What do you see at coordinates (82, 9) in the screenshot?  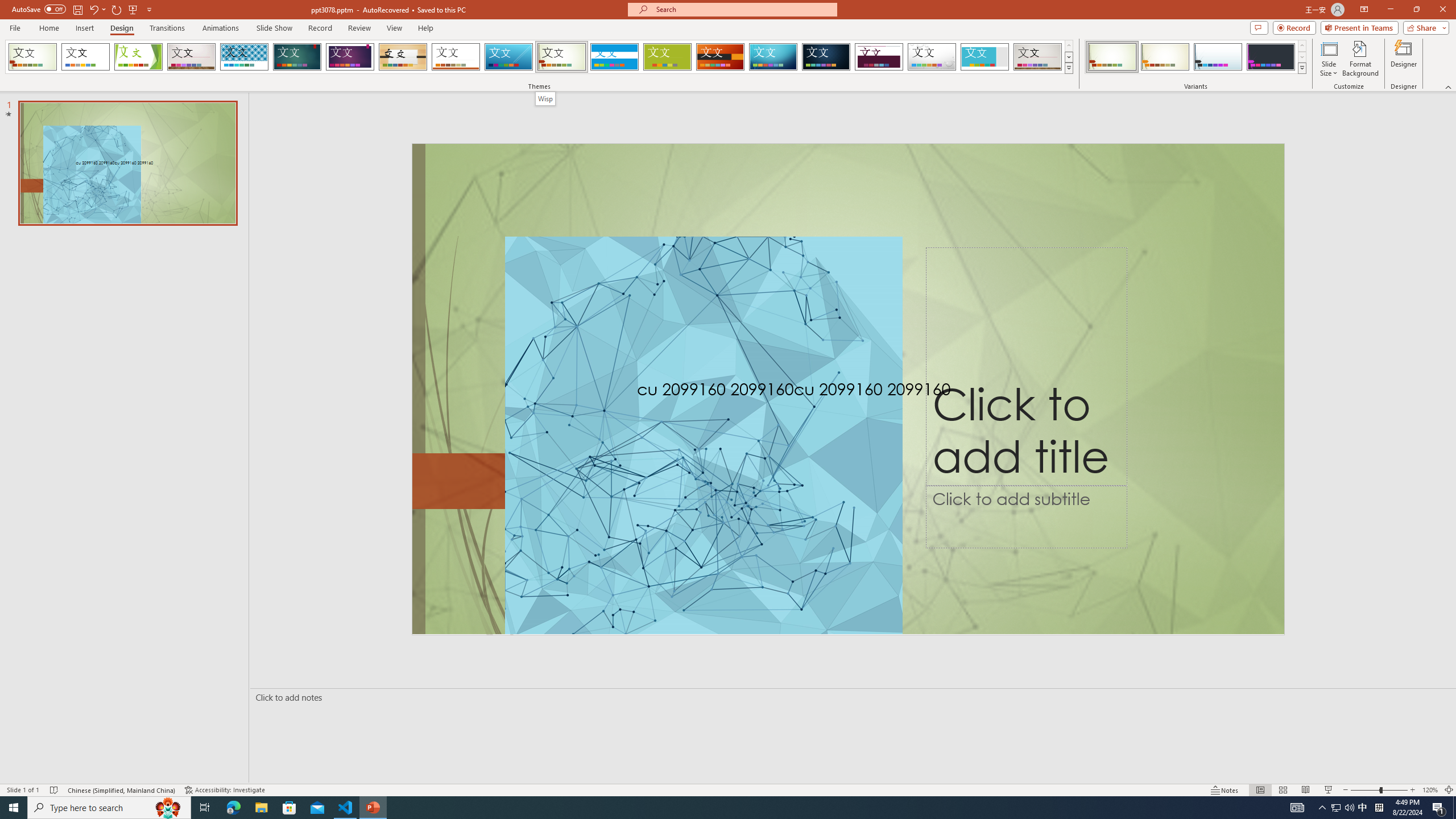 I see `'Quick Access Toolbar'` at bounding box center [82, 9].